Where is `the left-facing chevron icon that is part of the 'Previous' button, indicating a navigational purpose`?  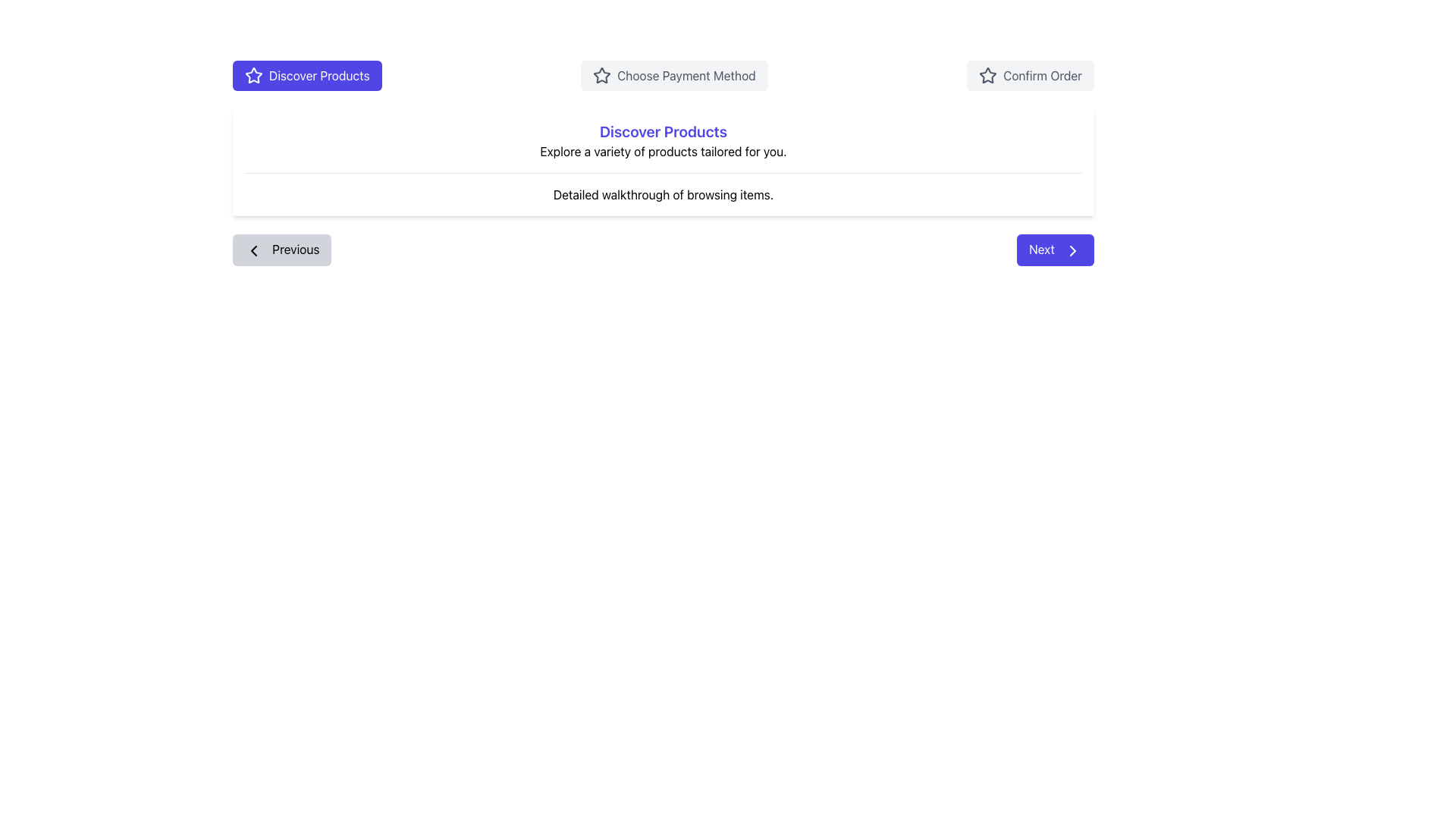
the left-facing chevron icon that is part of the 'Previous' button, indicating a navigational purpose is located at coordinates (254, 249).